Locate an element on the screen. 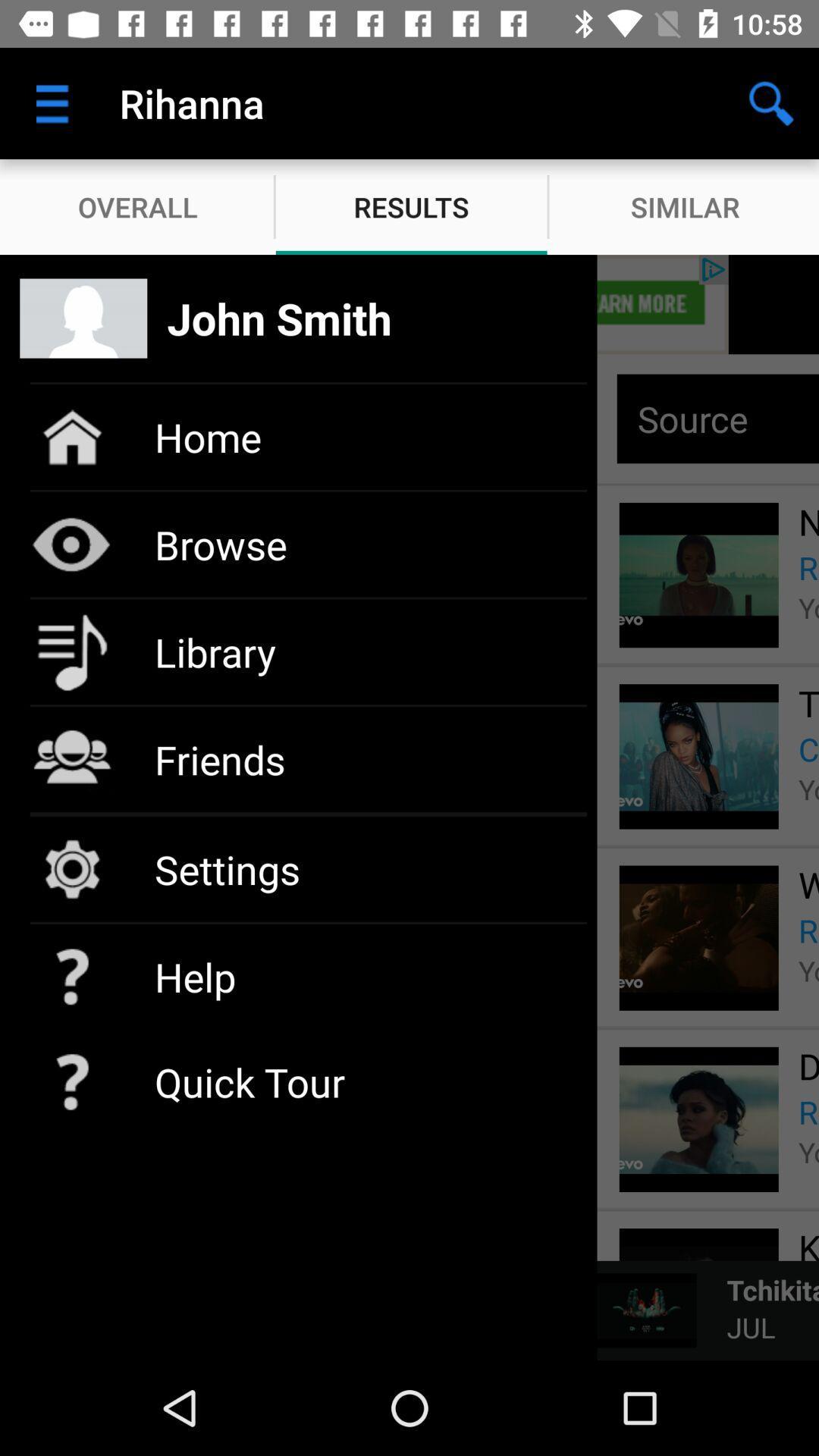  profile is located at coordinates (409, 303).